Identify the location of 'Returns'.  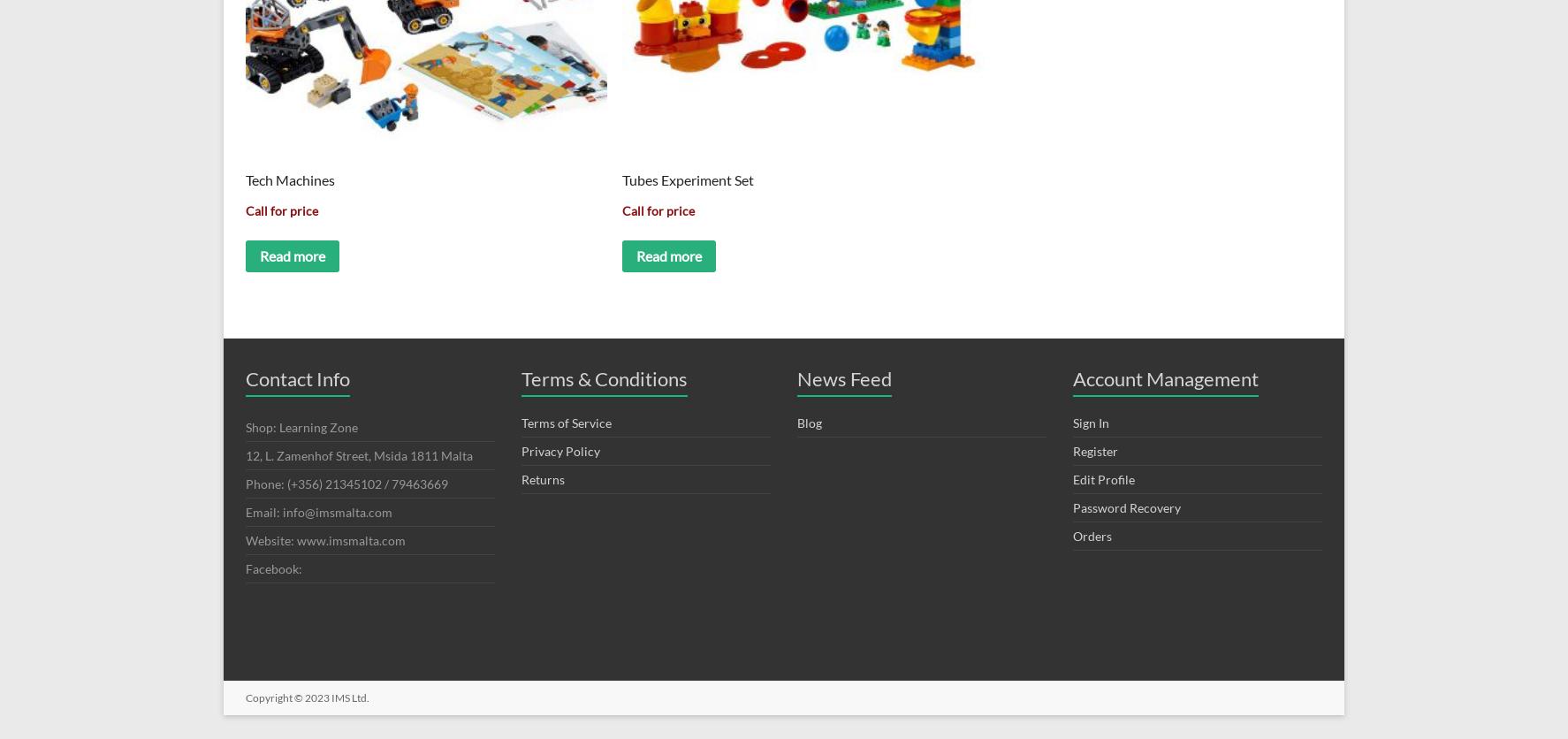
(521, 477).